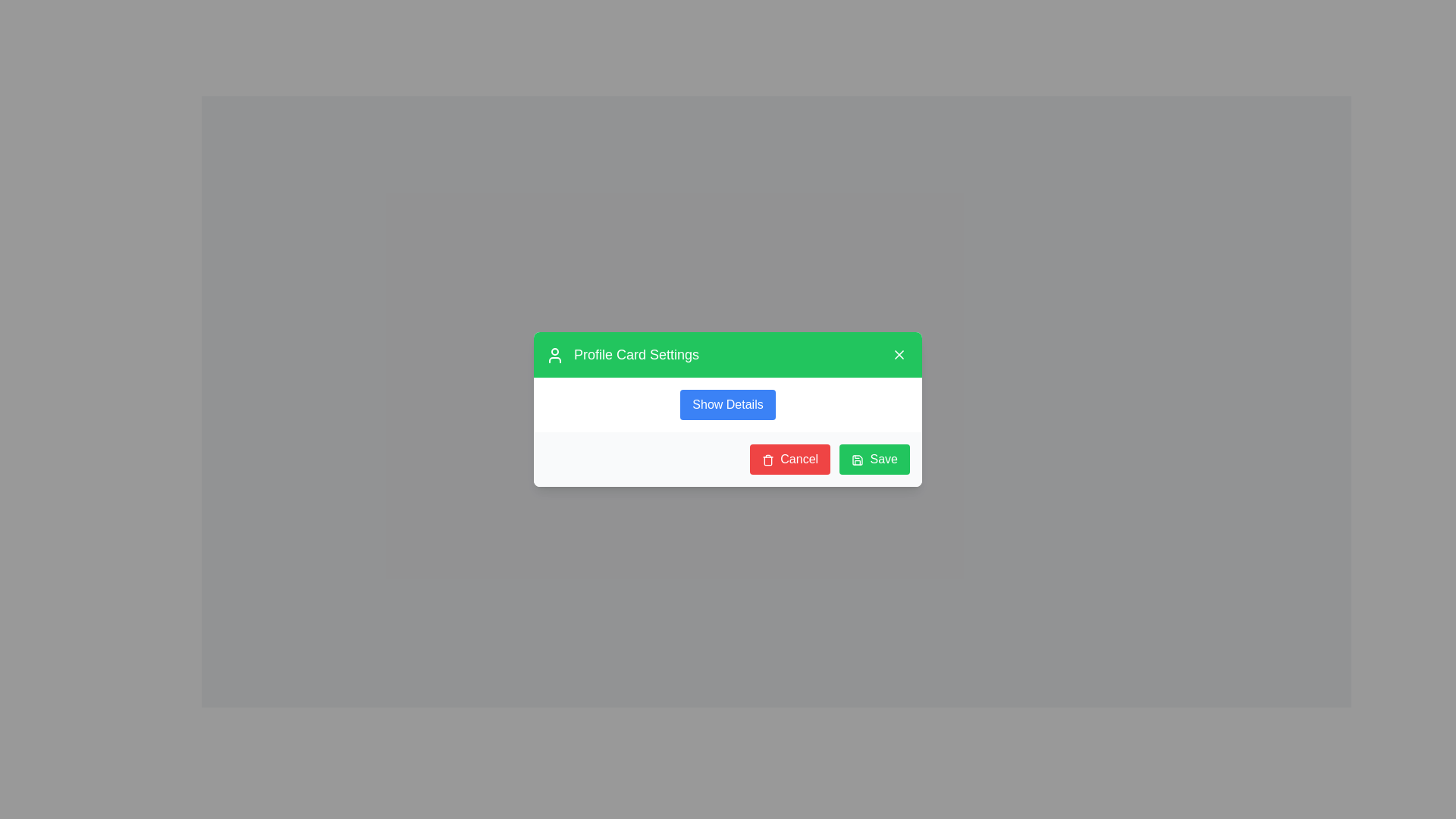 This screenshot has height=819, width=1456. I want to click on the close button located in the top-right corner of the green title bar labeled 'Profile Card Settings', so click(899, 354).